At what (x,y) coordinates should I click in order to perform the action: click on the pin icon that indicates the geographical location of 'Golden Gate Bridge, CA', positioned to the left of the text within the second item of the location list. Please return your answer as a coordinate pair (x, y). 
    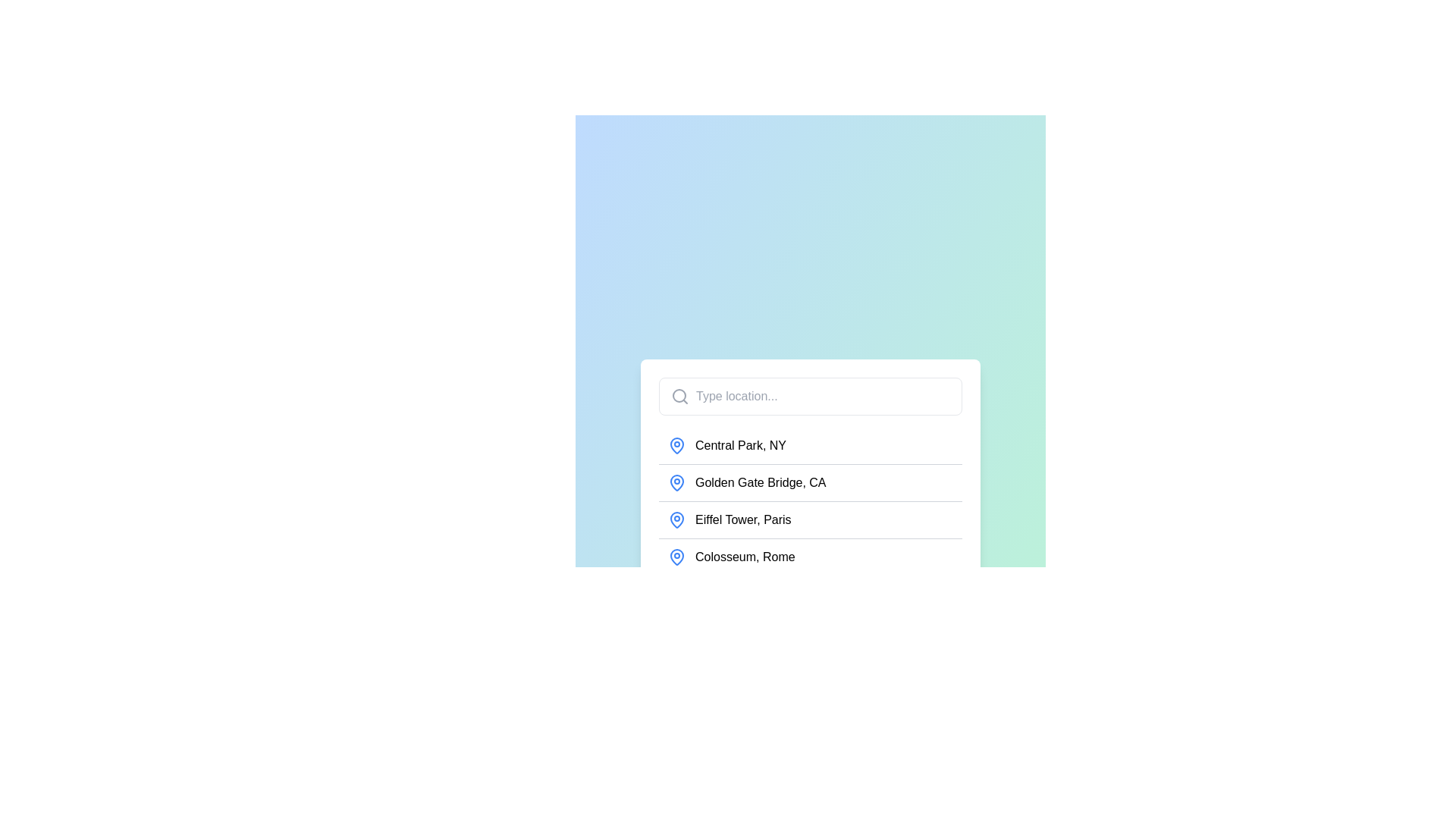
    Looking at the image, I should click on (676, 482).